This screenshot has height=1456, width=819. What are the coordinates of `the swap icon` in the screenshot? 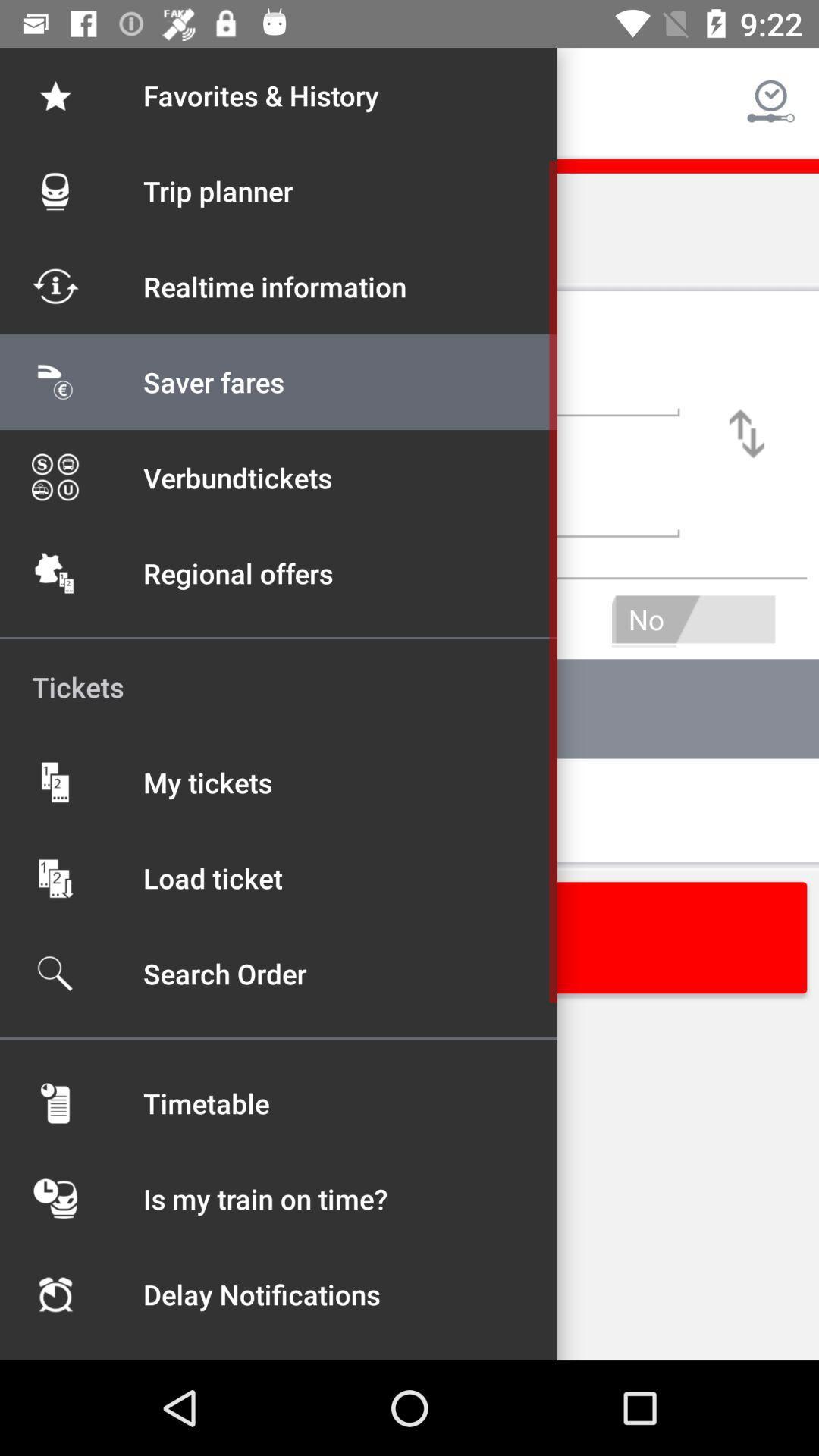 It's located at (746, 433).